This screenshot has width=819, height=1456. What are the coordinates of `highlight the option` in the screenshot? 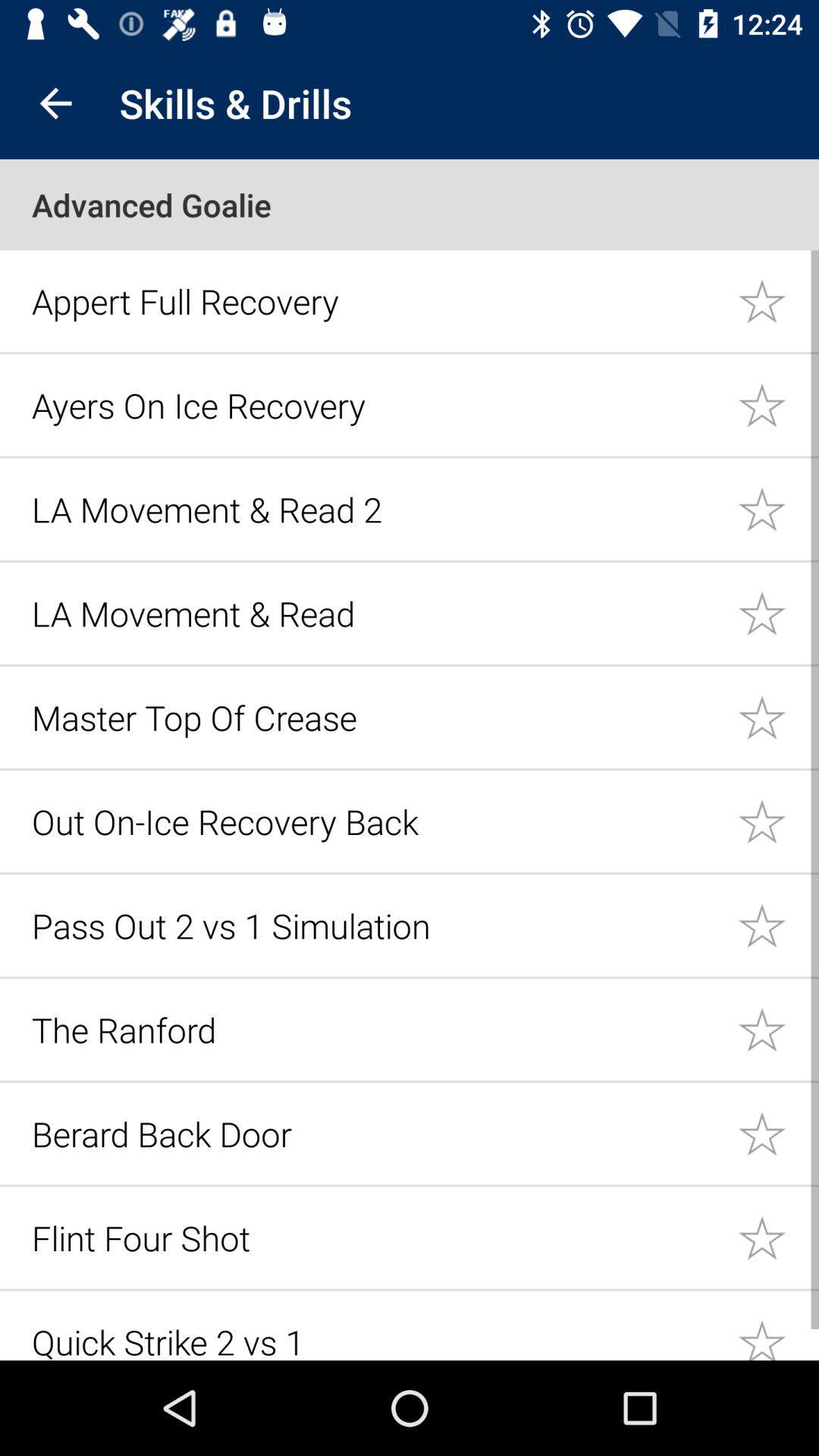 It's located at (778, 404).